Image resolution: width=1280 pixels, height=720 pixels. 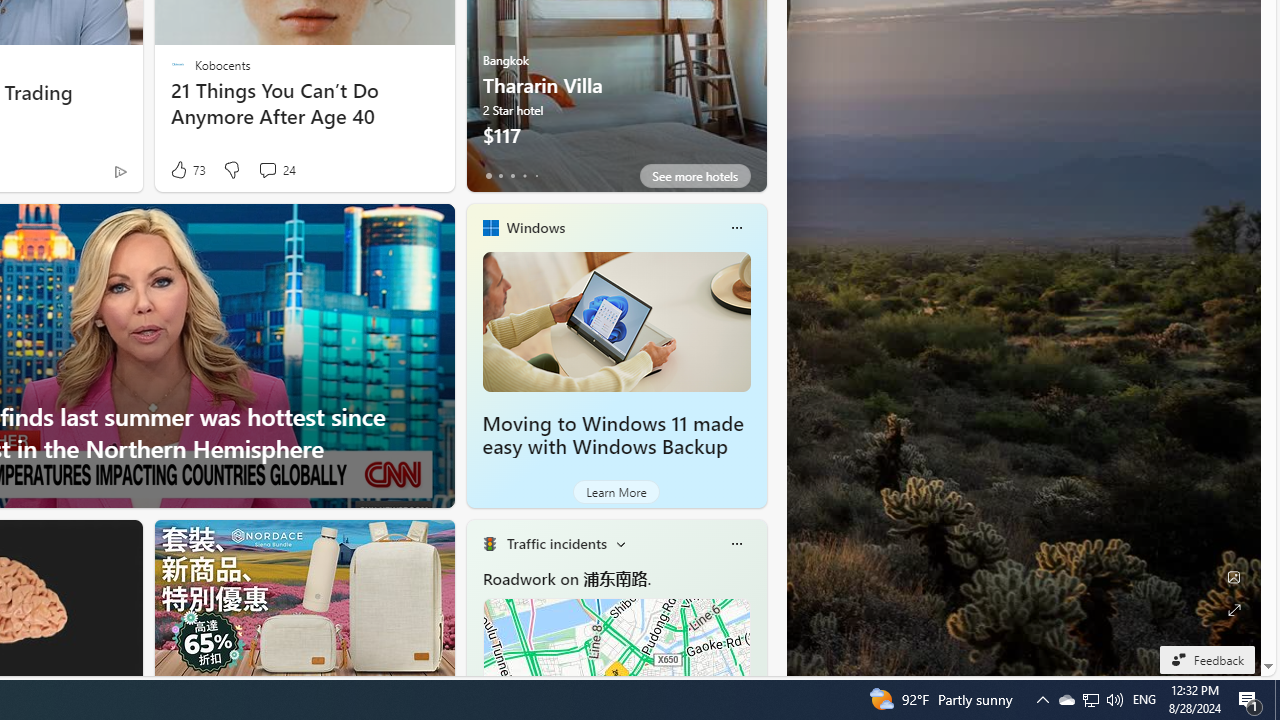 What do you see at coordinates (1232, 577) in the screenshot?
I see `'Edit Background'` at bounding box center [1232, 577].